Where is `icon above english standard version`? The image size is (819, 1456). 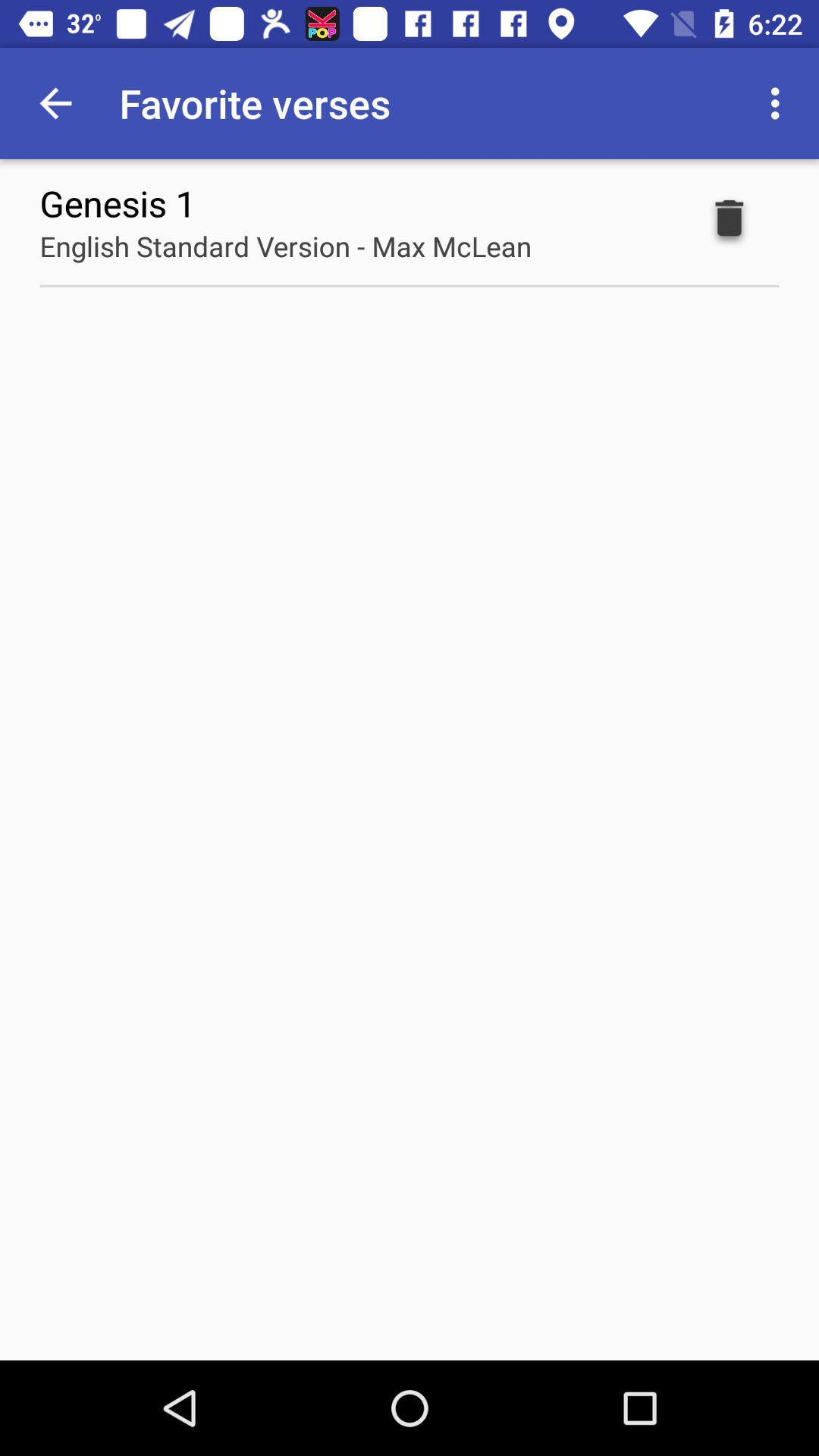 icon above english standard version is located at coordinates (117, 202).